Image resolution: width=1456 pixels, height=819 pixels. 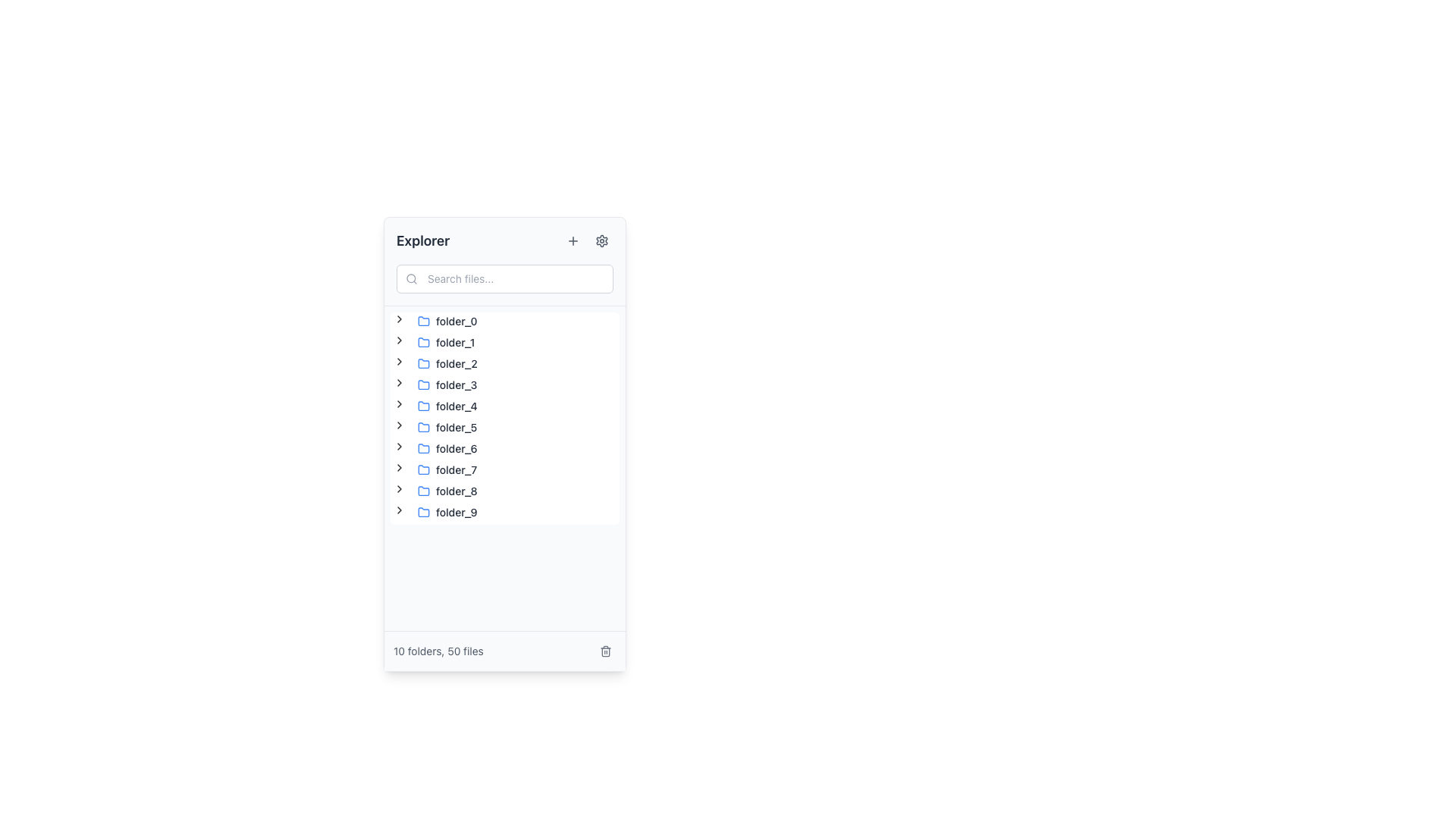 I want to click on the folder icon located to the left of the text 'folder_6' in the central part of the interface, so click(x=423, y=447).